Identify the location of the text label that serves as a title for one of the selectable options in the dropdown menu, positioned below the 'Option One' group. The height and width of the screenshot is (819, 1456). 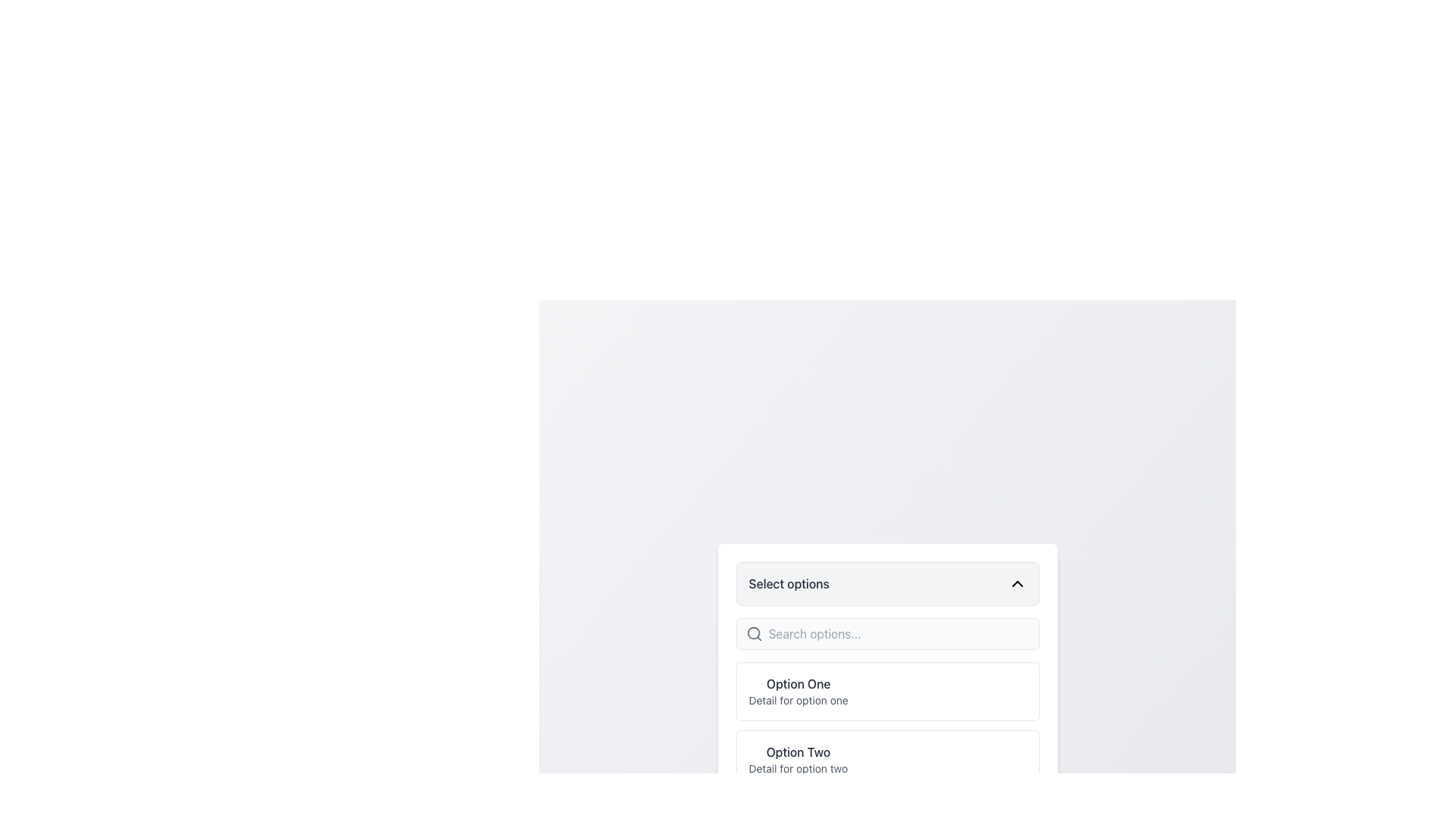
(797, 752).